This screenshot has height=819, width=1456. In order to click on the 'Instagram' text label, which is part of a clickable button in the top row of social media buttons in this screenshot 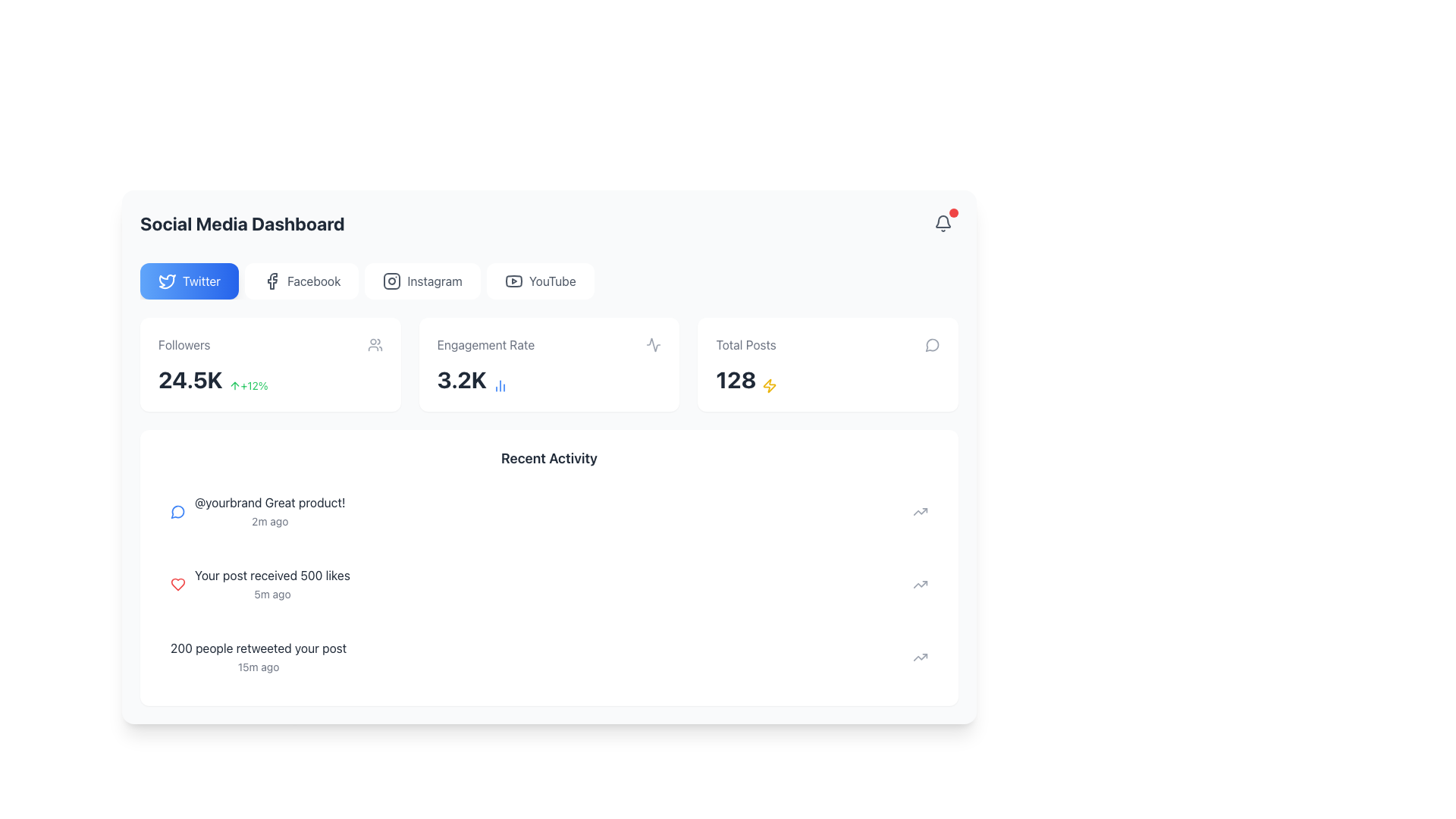, I will do `click(434, 281)`.